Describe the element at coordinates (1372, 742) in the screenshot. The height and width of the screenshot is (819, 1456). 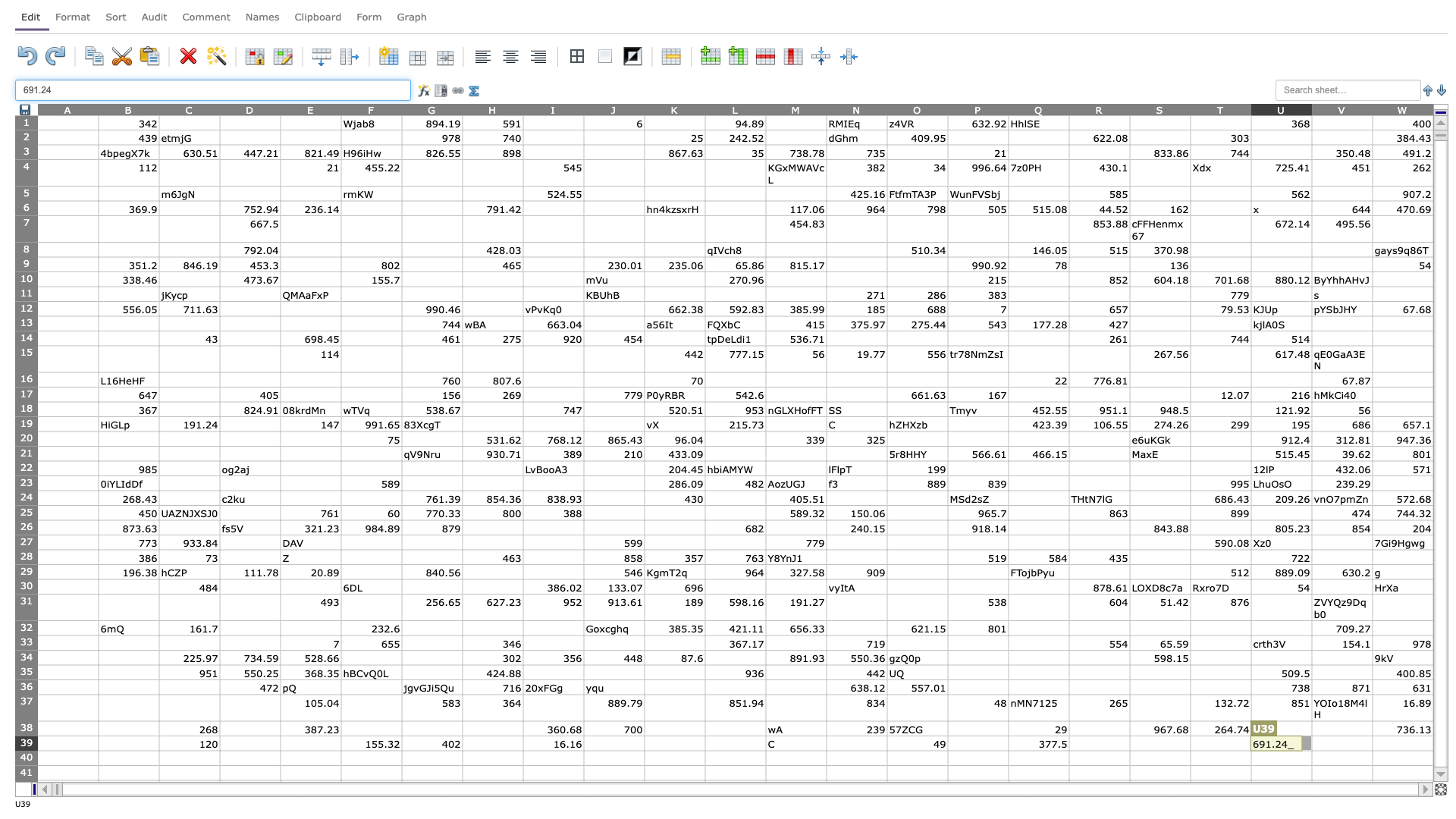
I see `Place cursor on left border of W39` at that location.